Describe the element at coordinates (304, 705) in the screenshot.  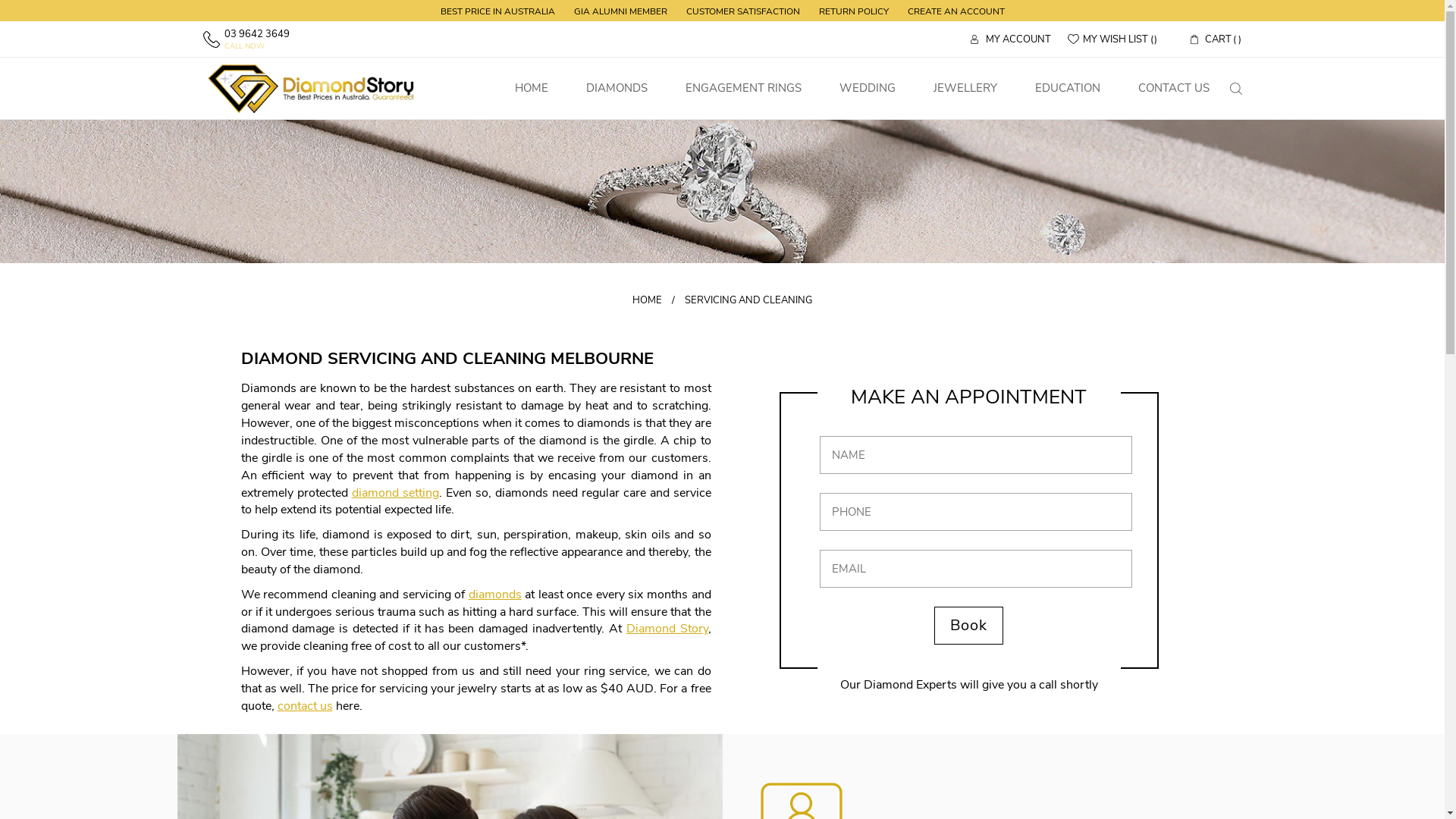
I see `'contact us'` at that location.